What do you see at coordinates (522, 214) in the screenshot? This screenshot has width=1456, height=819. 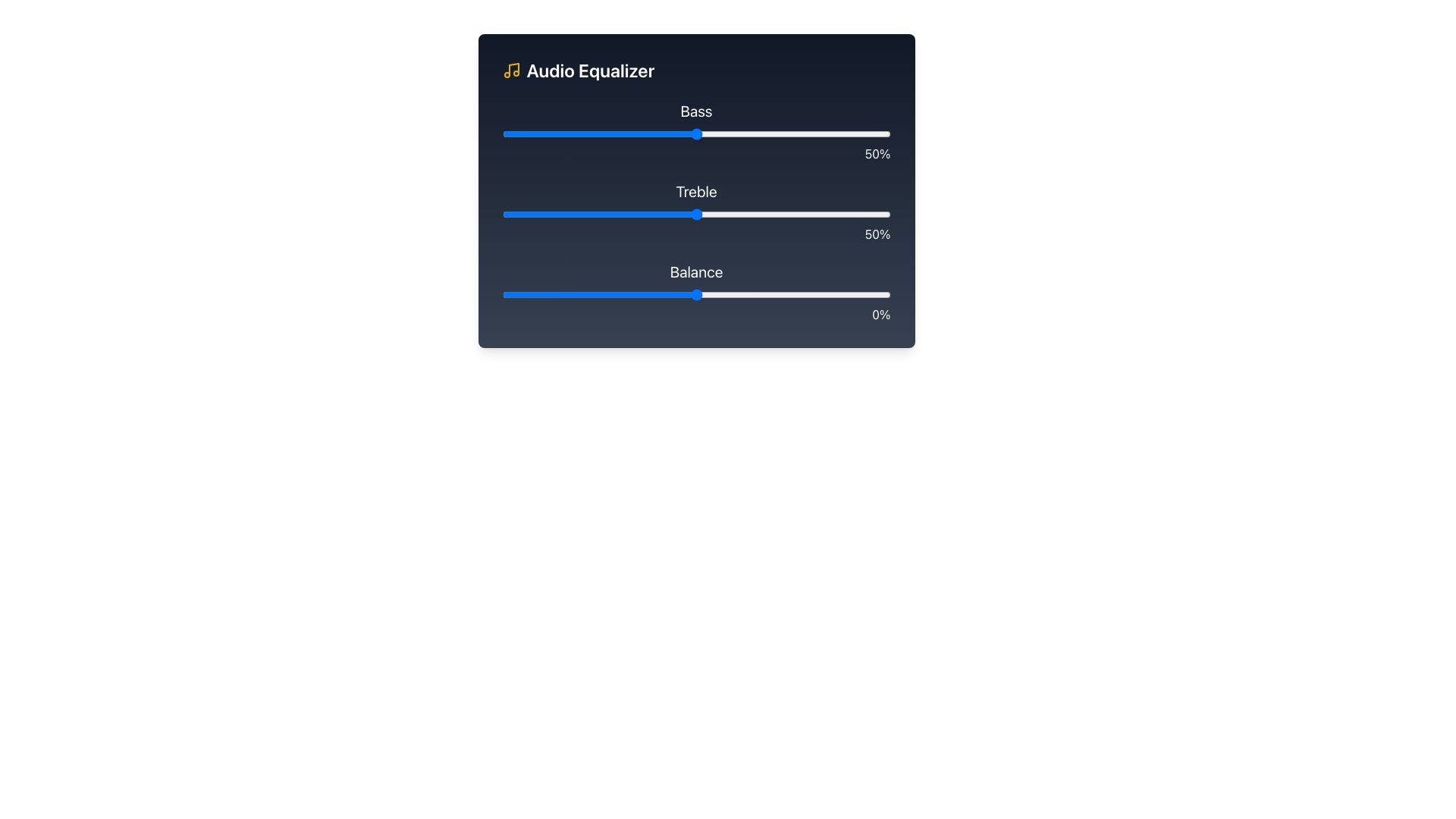 I see `the treble level` at bounding box center [522, 214].